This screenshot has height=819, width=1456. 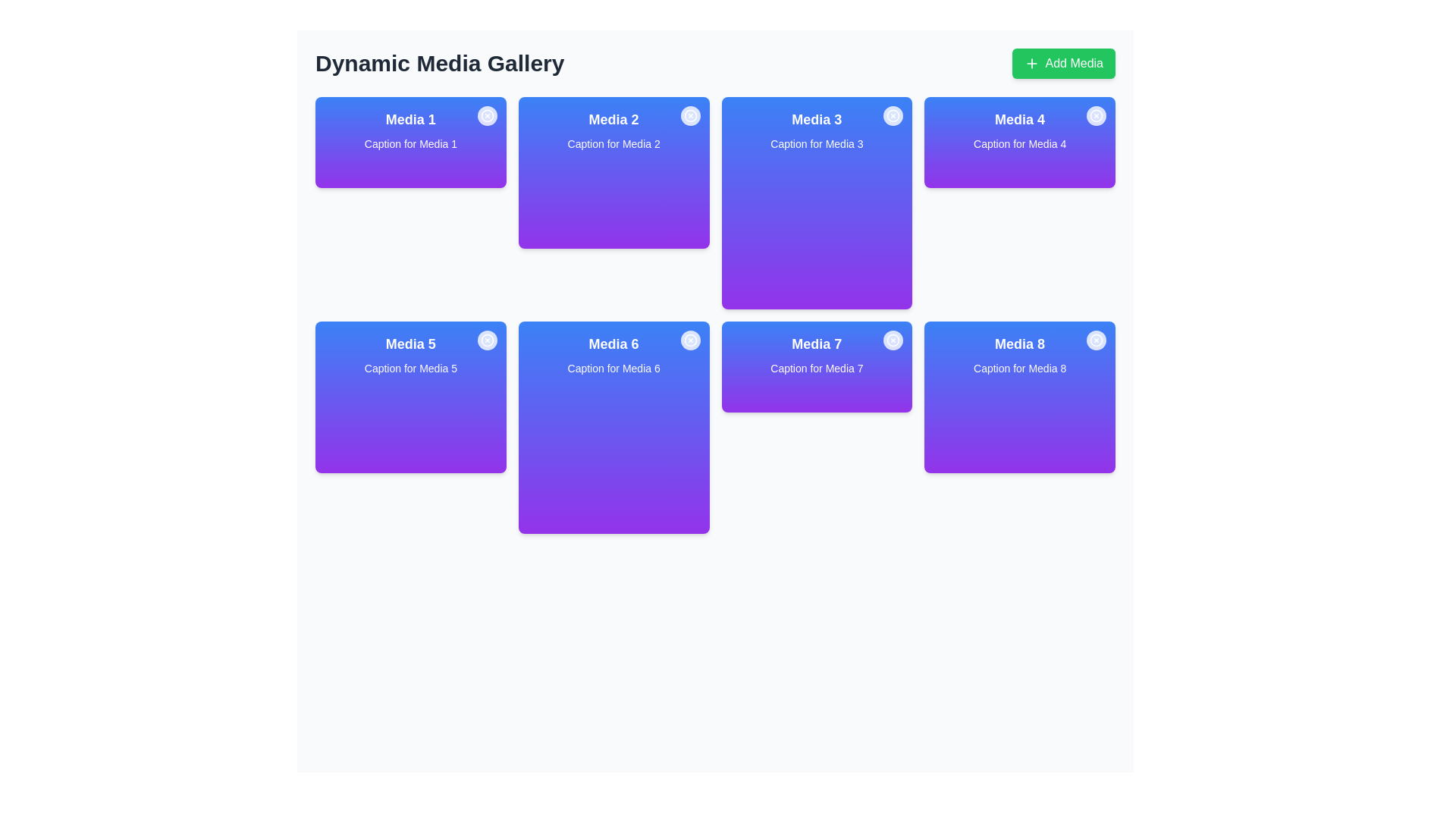 I want to click on the close or delete button located at the top-right corner of the 'Media 3' card, so click(x=893, y=115).